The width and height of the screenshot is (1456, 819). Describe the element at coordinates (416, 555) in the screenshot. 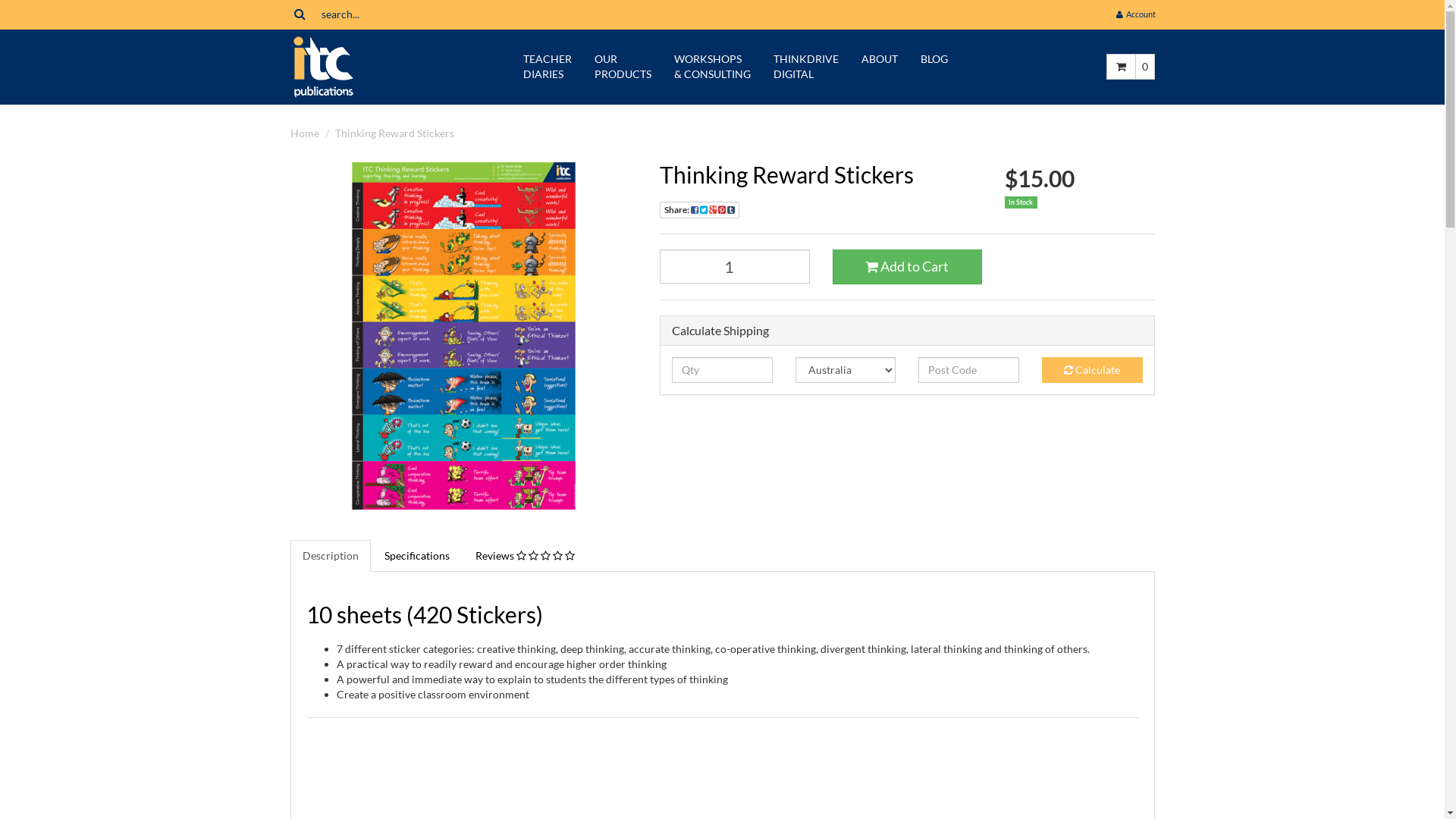

I see `'Specifications'` at that location.